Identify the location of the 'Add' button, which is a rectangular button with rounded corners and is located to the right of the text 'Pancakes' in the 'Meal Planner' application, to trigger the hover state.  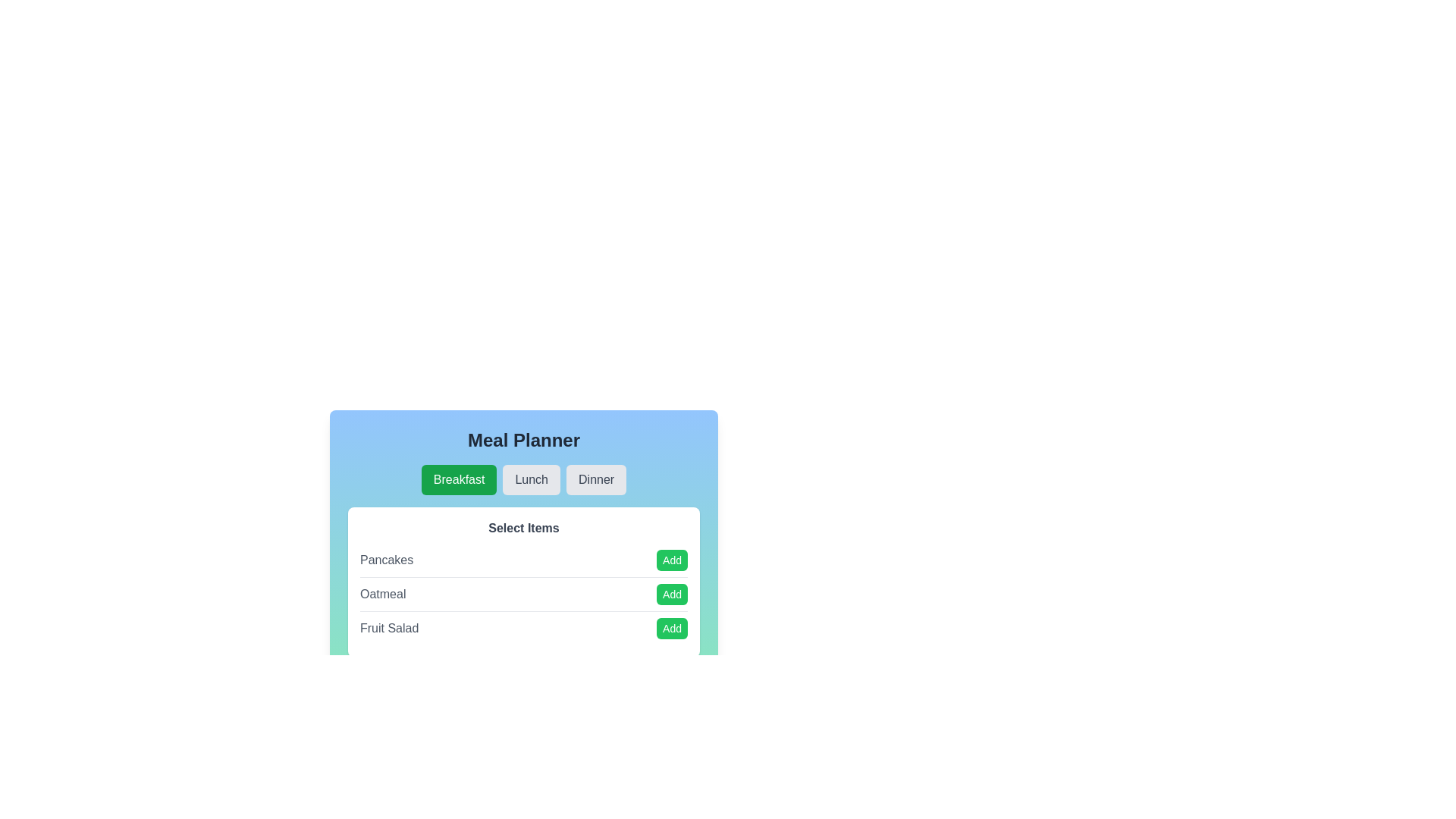
(671, 560).